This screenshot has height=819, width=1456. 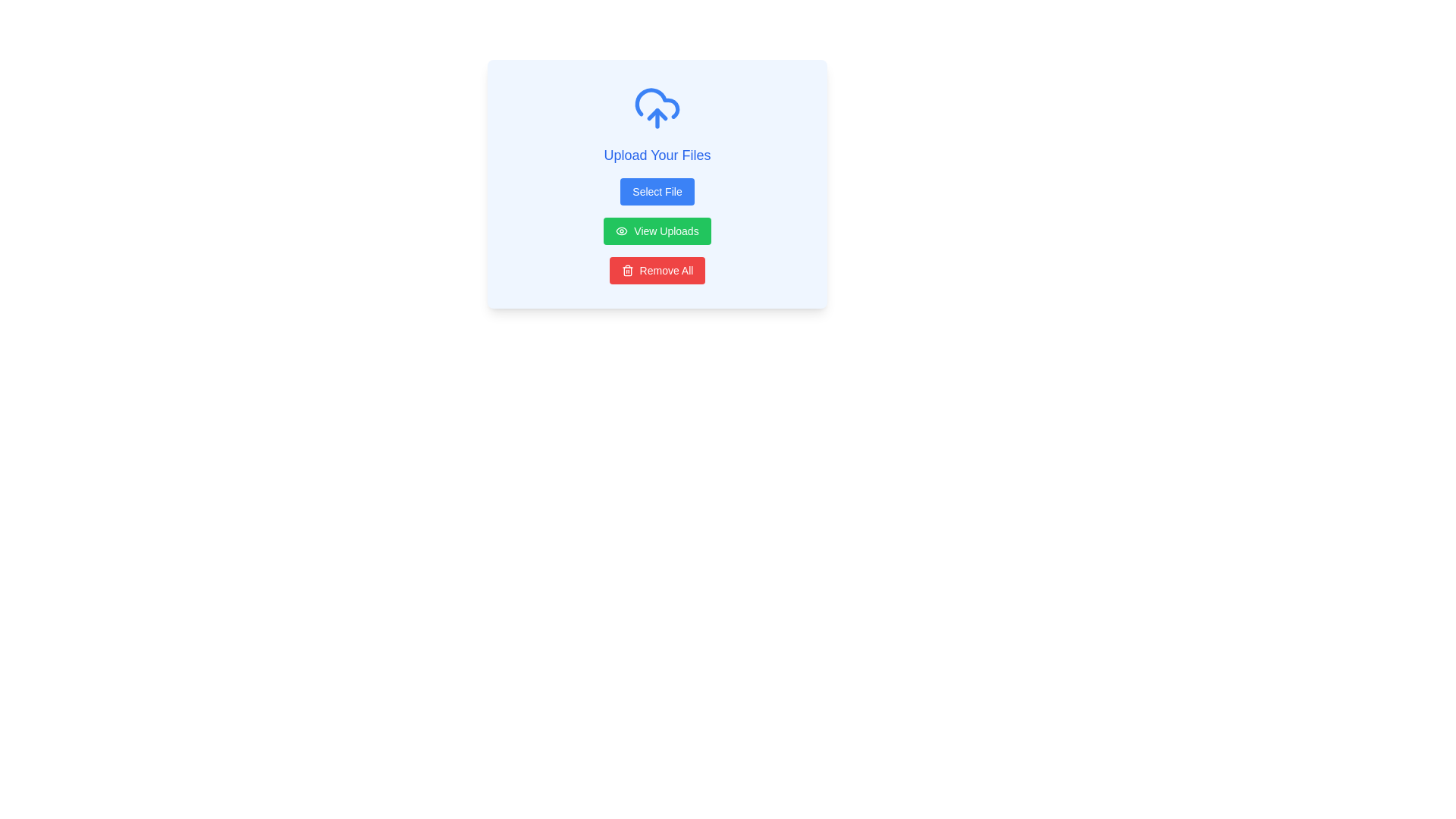 I want to click on the clear button located at the bottom of the button column in the centered card, so click(x=657, y=270).